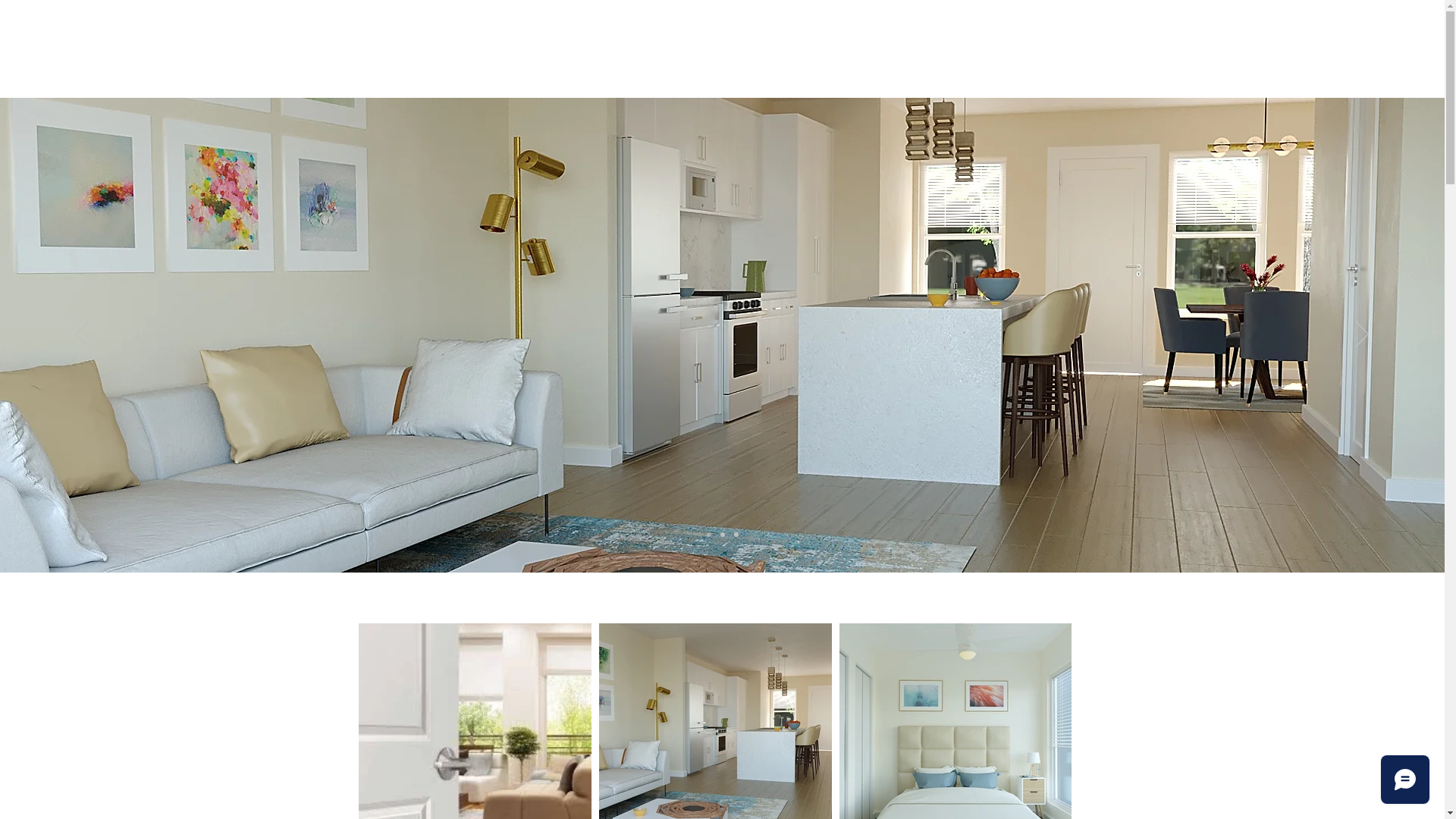 The height and width of the screenshot is (819, 1456). Describe the element at coordinates (661, 79) in the screenshot. I see `'NEIGHBORHOOD'` at that location.